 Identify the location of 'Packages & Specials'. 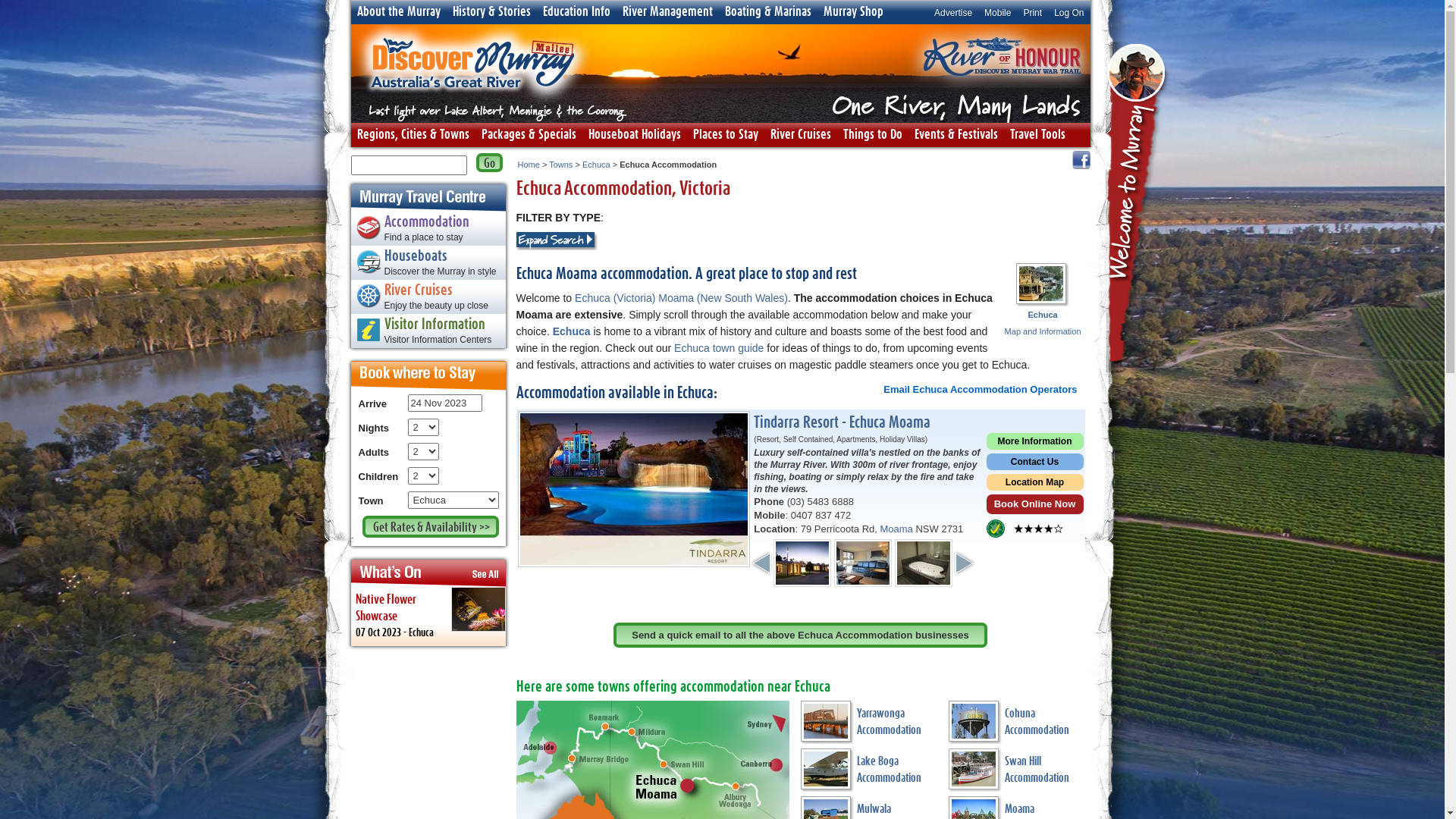
(528, 133).